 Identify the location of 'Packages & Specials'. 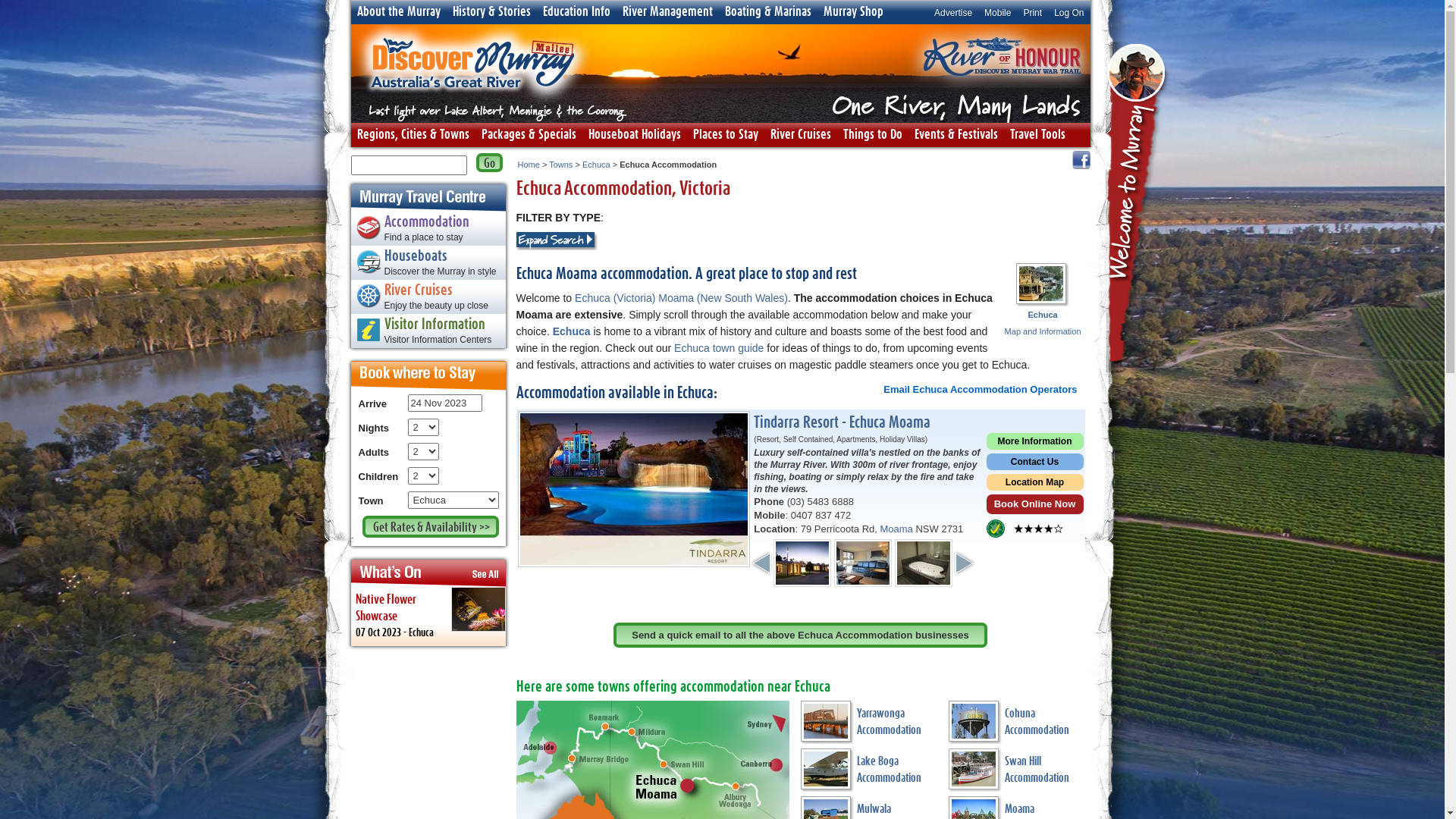
(528, 133).